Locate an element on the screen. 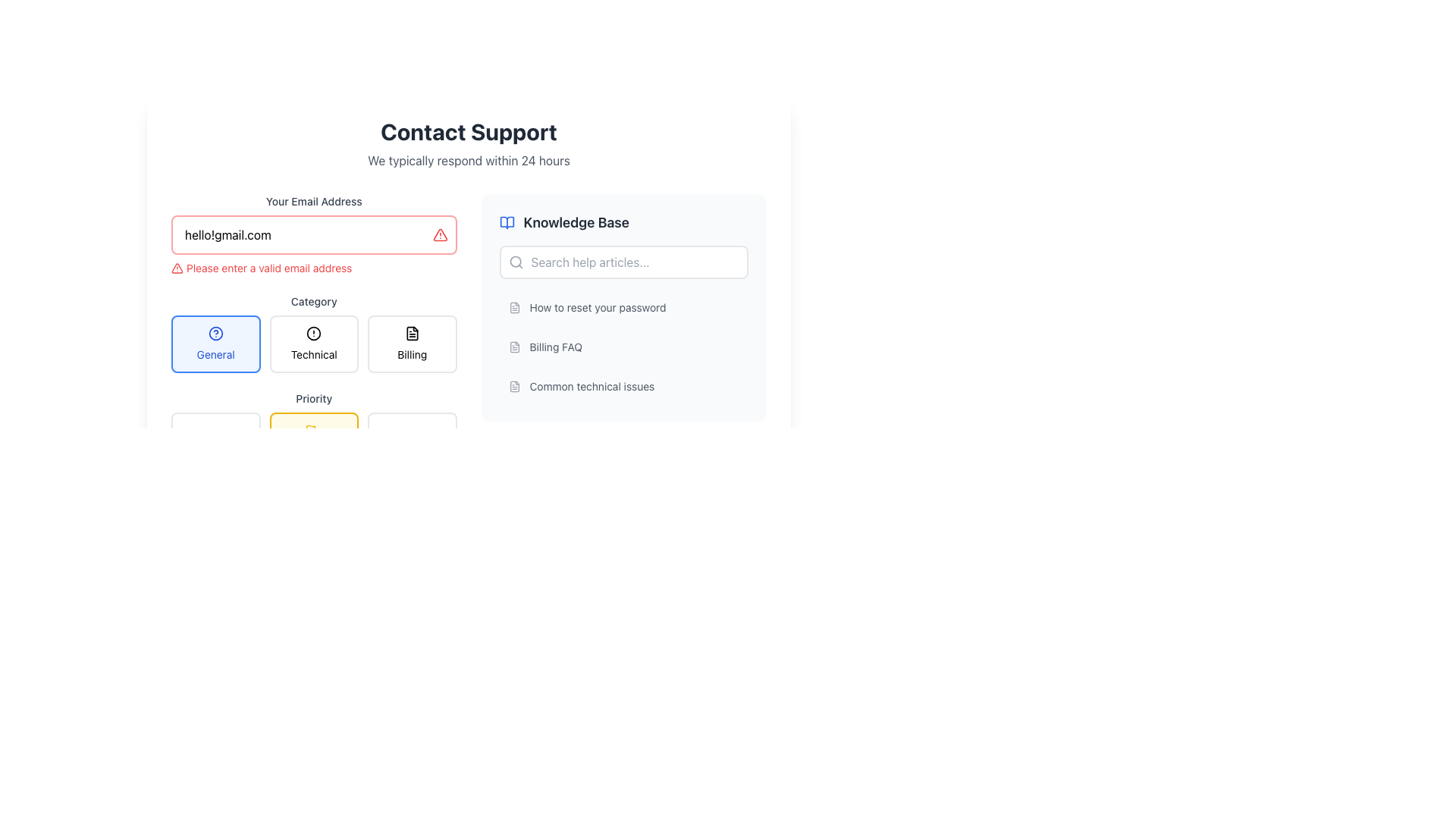 This screenshot has width=1456, height=819. the button-like selectable list item labeled 'Common technical issues' is located at coordinates (623, 385).